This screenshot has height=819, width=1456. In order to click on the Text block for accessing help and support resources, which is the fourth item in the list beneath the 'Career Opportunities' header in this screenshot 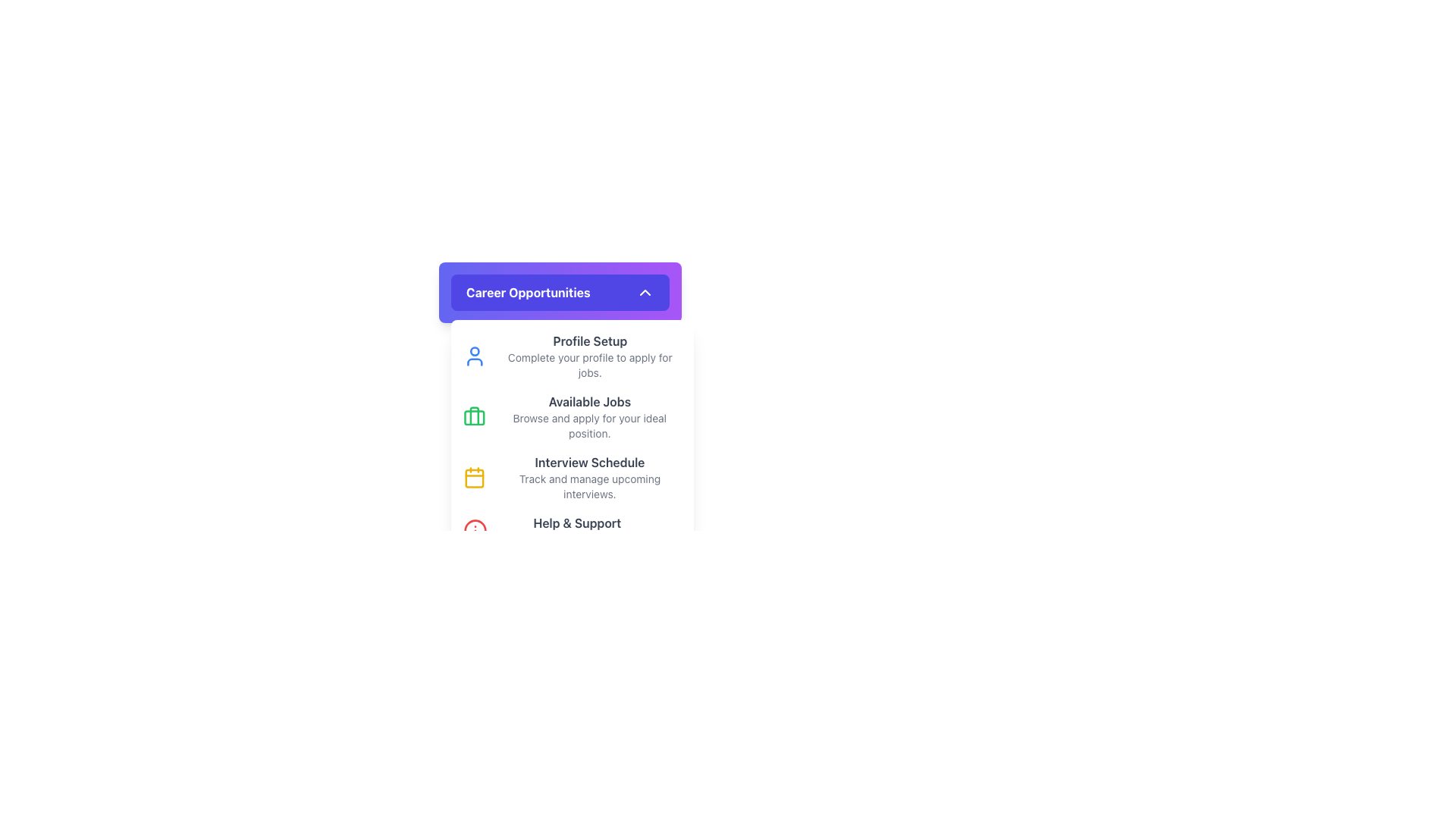, I will do `click(576, 529)`.